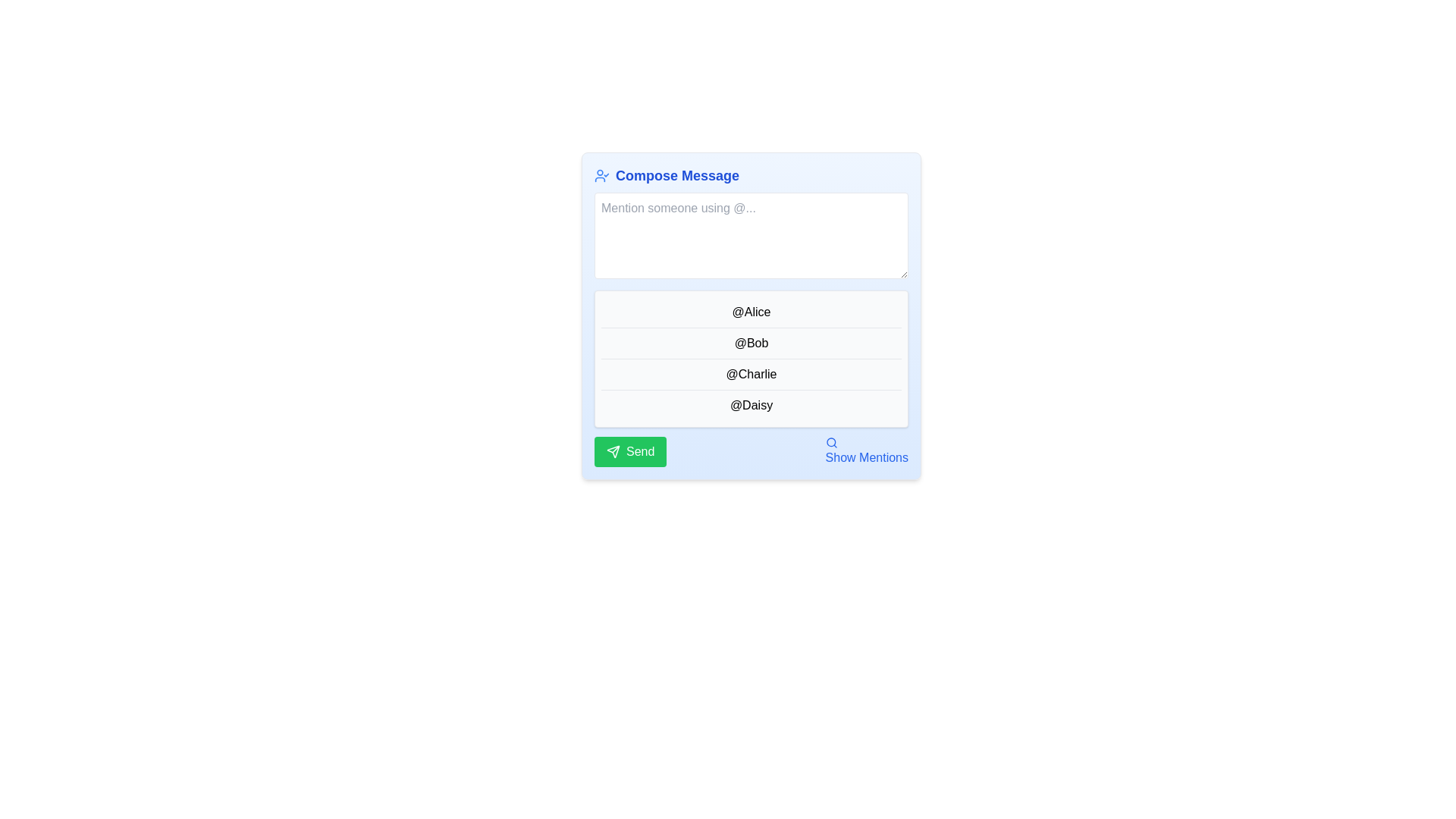 The height and width of the screenshot is (819, 1456). Describe the element at coordinates (613, 451) in the screenshot. I see `the green 'Send' button that contains the paper plane icon to the left of the 'Send' text` at that location.